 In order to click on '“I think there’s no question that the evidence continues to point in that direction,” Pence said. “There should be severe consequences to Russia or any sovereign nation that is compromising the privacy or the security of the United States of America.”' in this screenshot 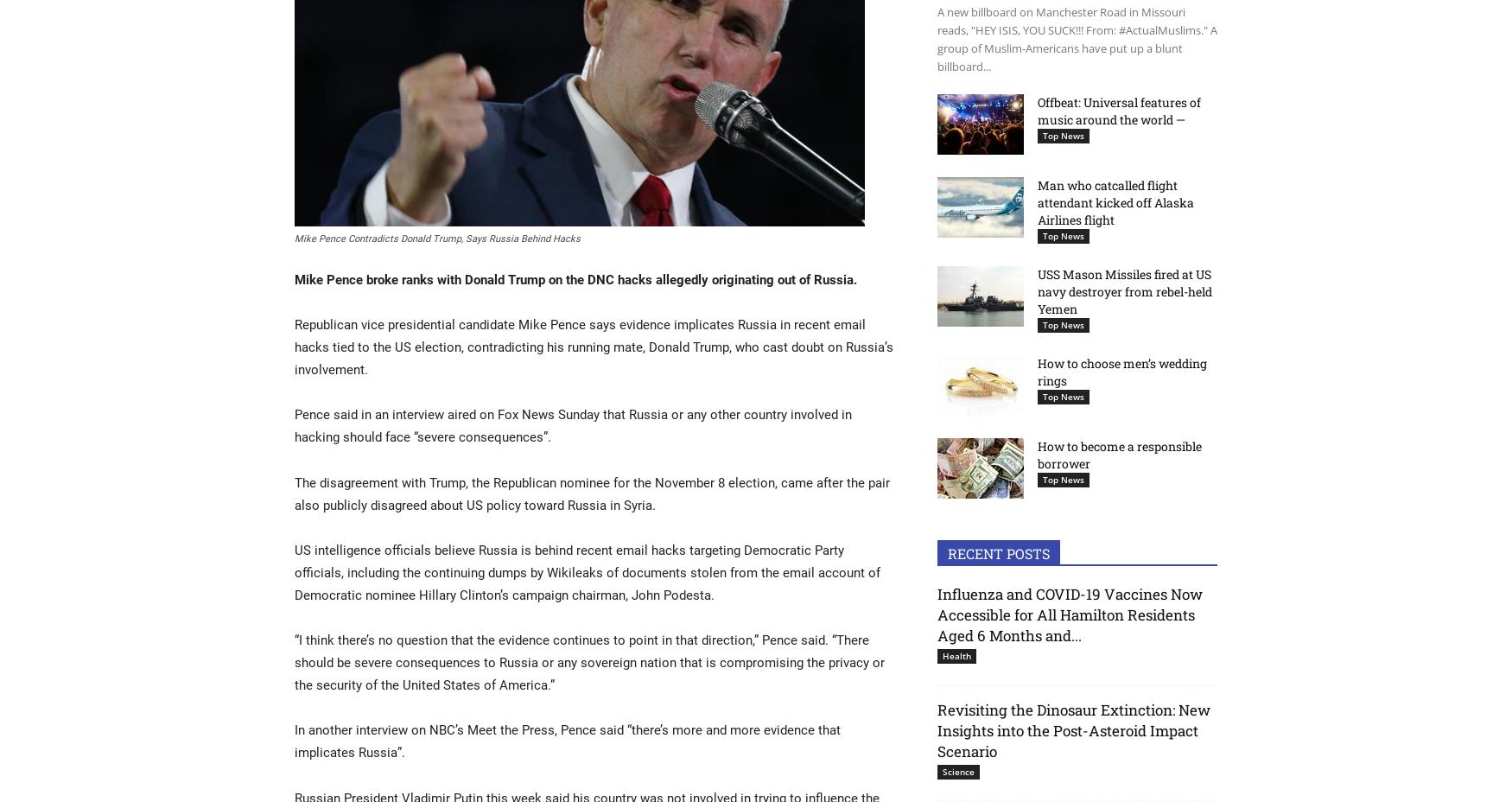, I will do `click(588, 661)`.